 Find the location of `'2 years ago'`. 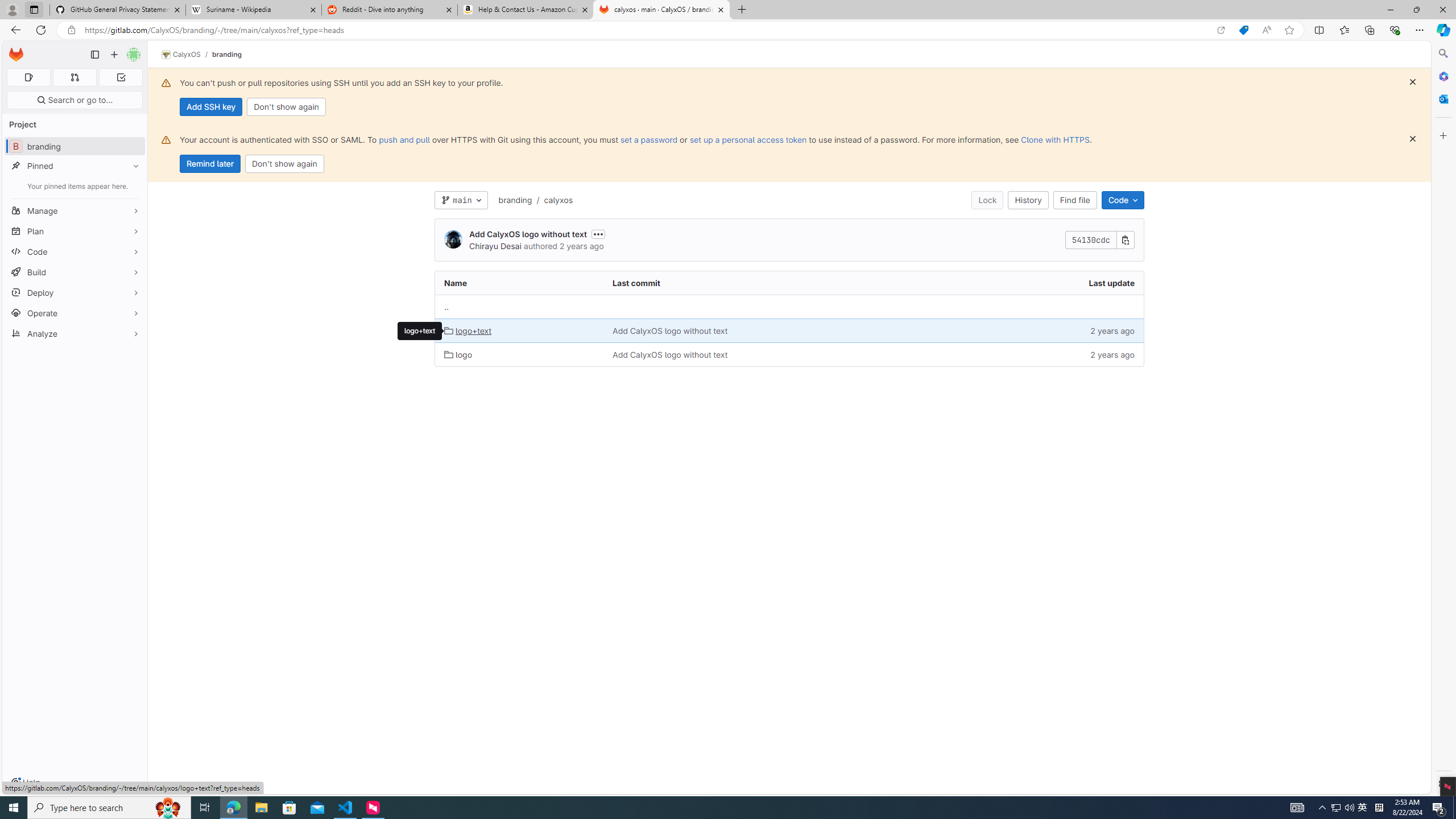

'2 years ago' is located at coordinates (1045, 353).